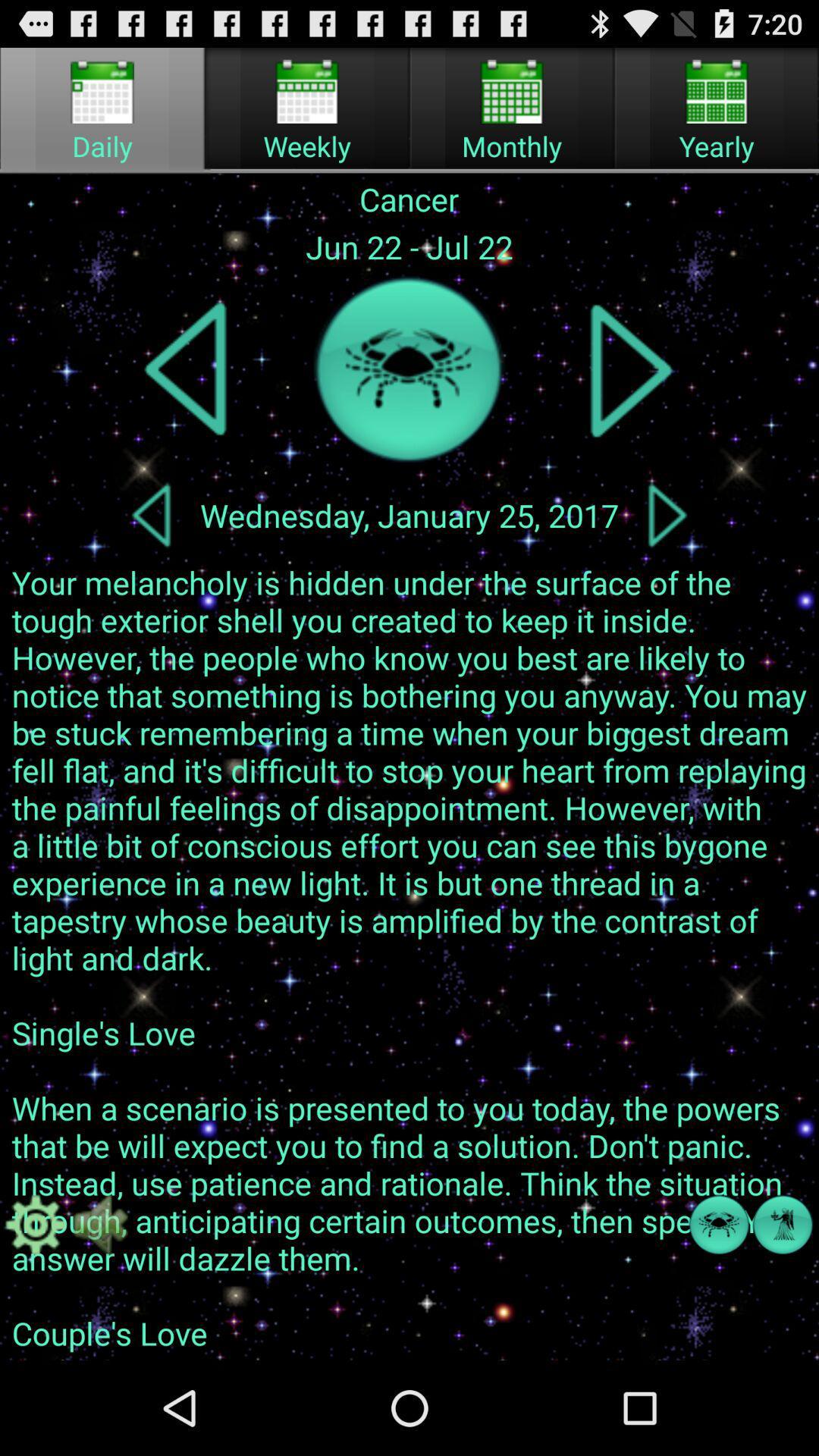  I want to click on go back, so click(187, 369).